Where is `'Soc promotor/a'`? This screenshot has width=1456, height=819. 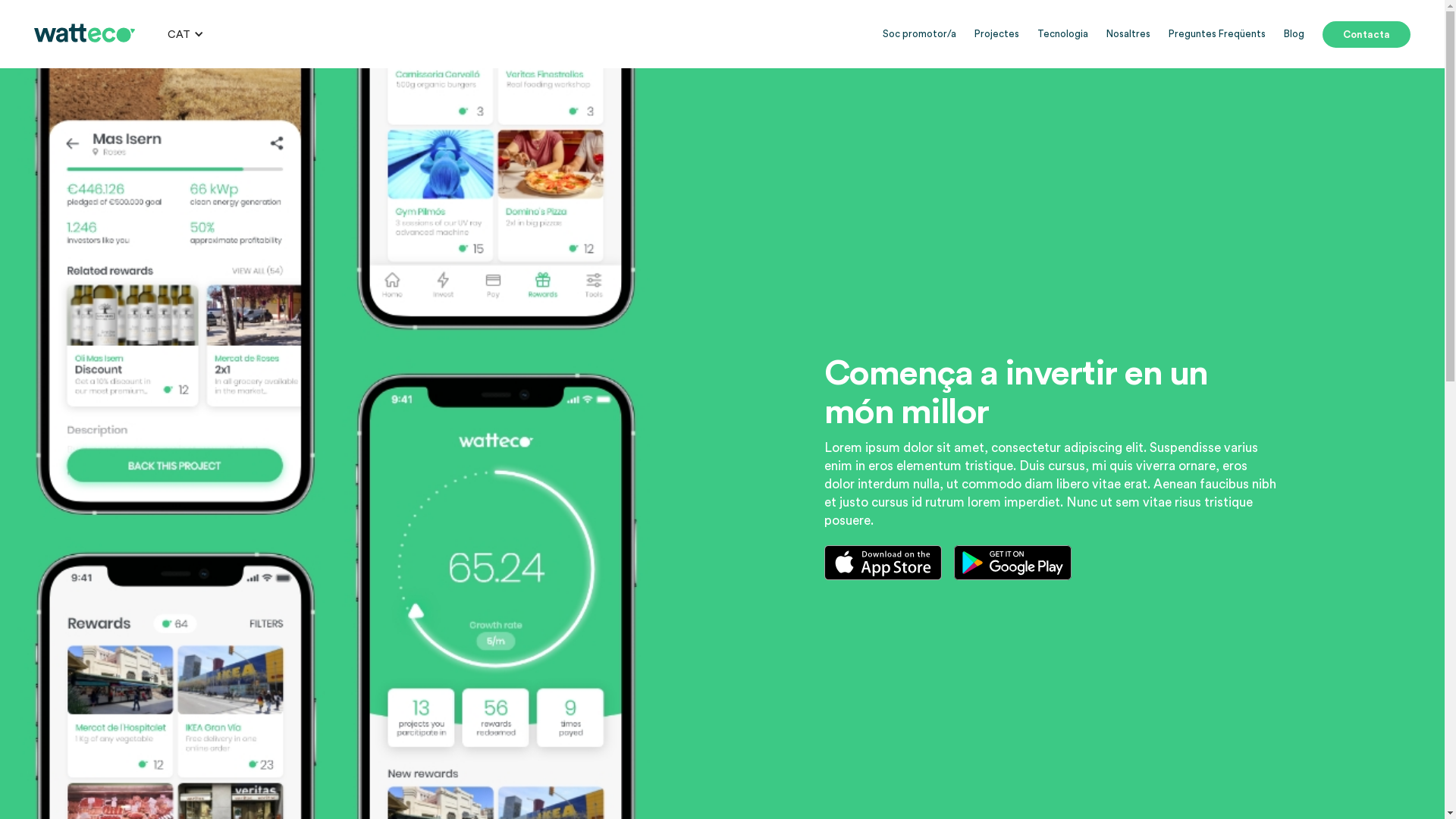
'Soc promotor/a' is located at coordinates (918, 34).